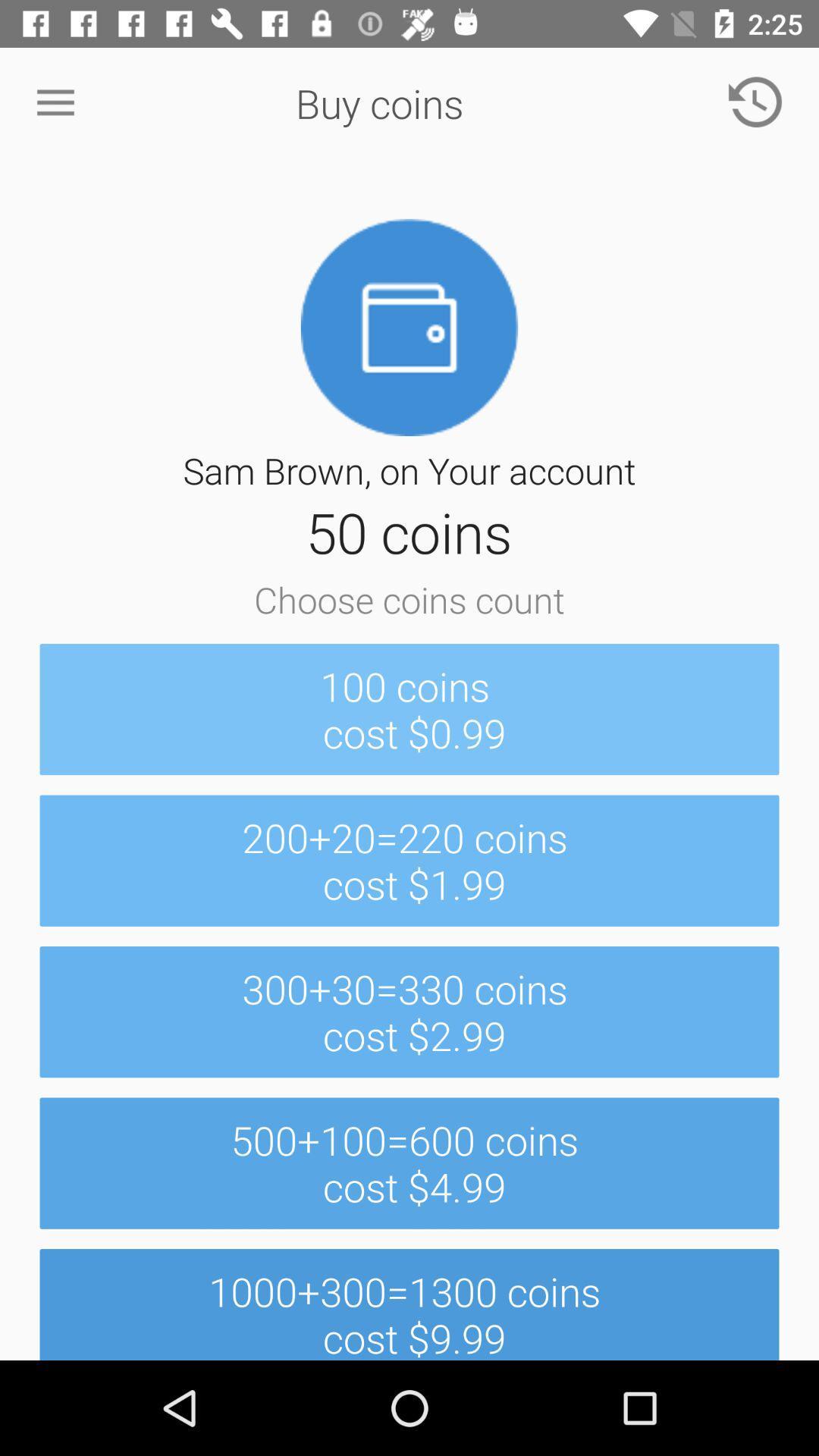 This screenshot has height=1456, width=819. I want to click on 1000 300 1300, so click(409, 1304).